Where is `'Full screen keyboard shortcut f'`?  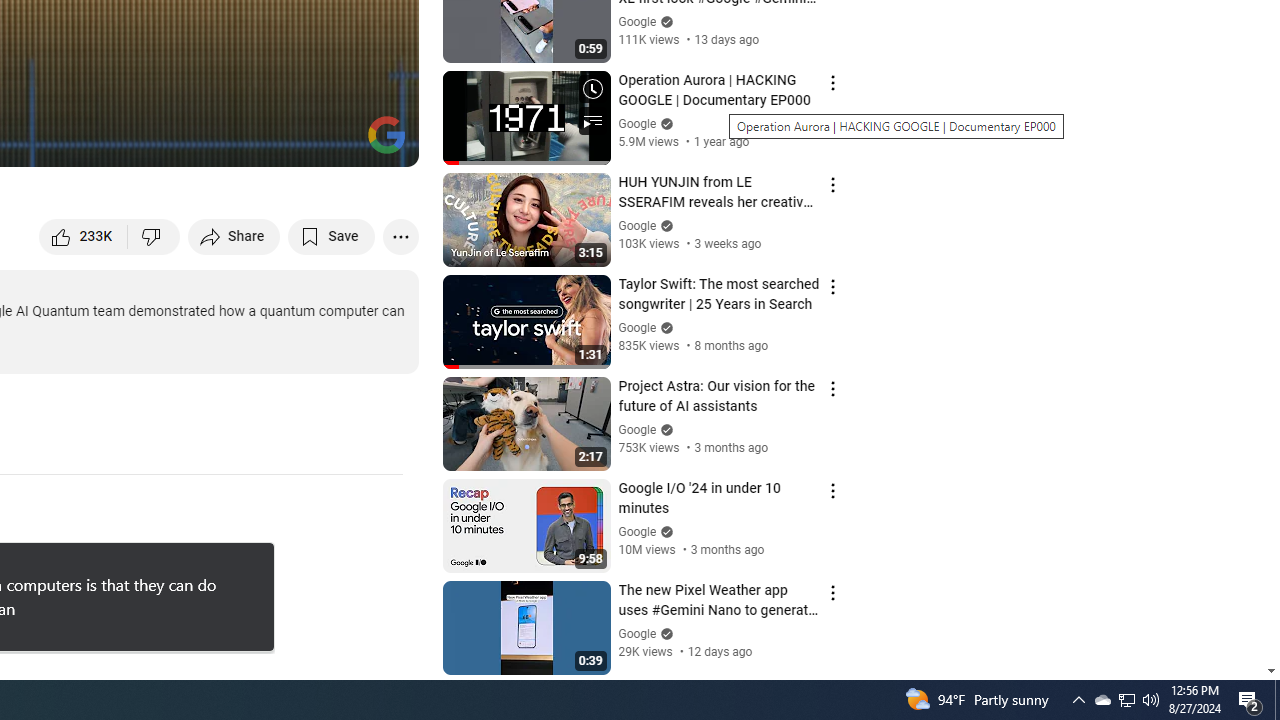 'Full screen keyboard shortcut f' is located at coordinates (382, 141).